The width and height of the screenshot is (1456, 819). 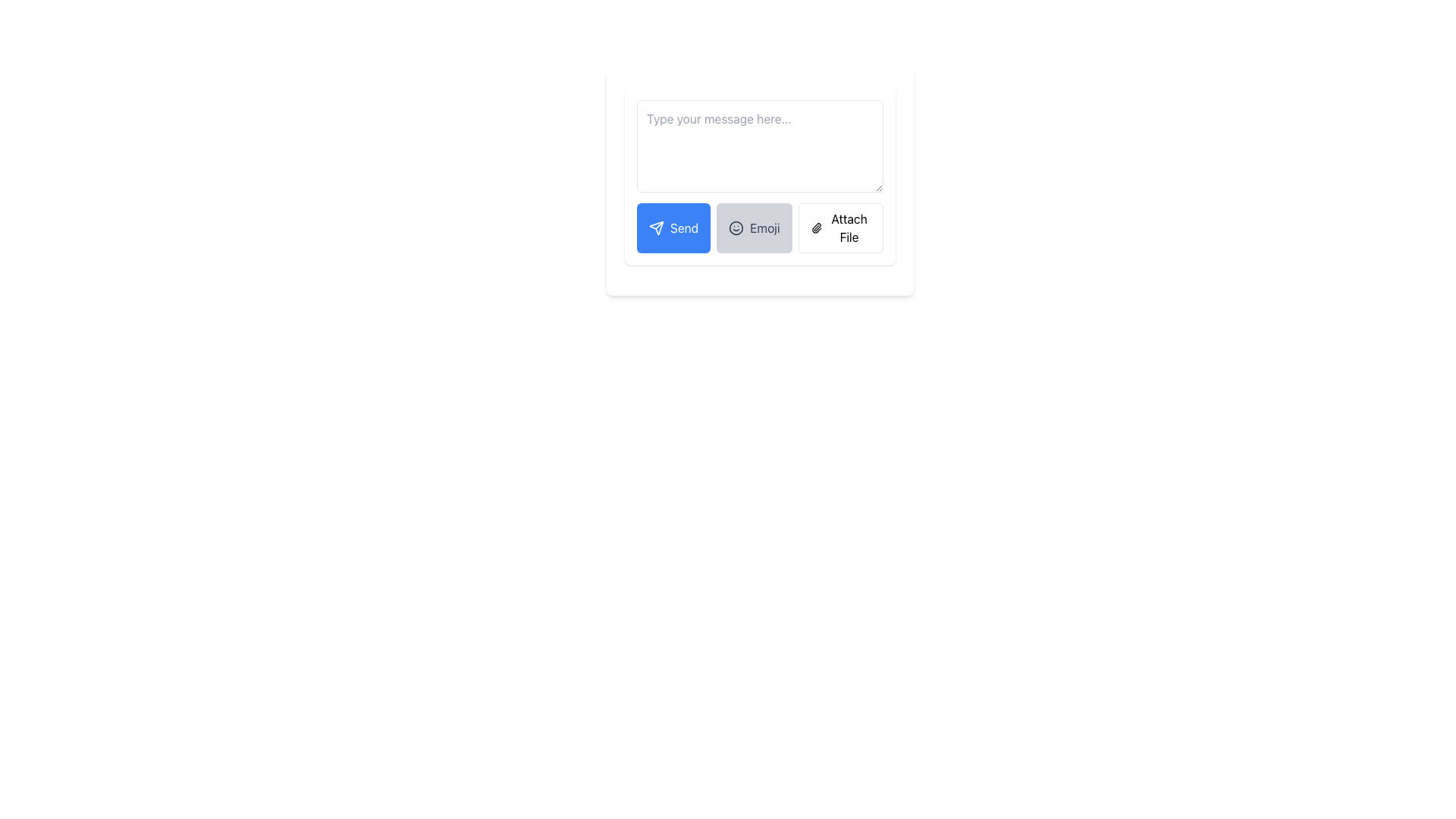 What do you see at coordinates (656, 227) in the screenshot?
I see `the graphical icon shaped like a paper airplane within the 'Send' button` at bounding box center [656, 227].